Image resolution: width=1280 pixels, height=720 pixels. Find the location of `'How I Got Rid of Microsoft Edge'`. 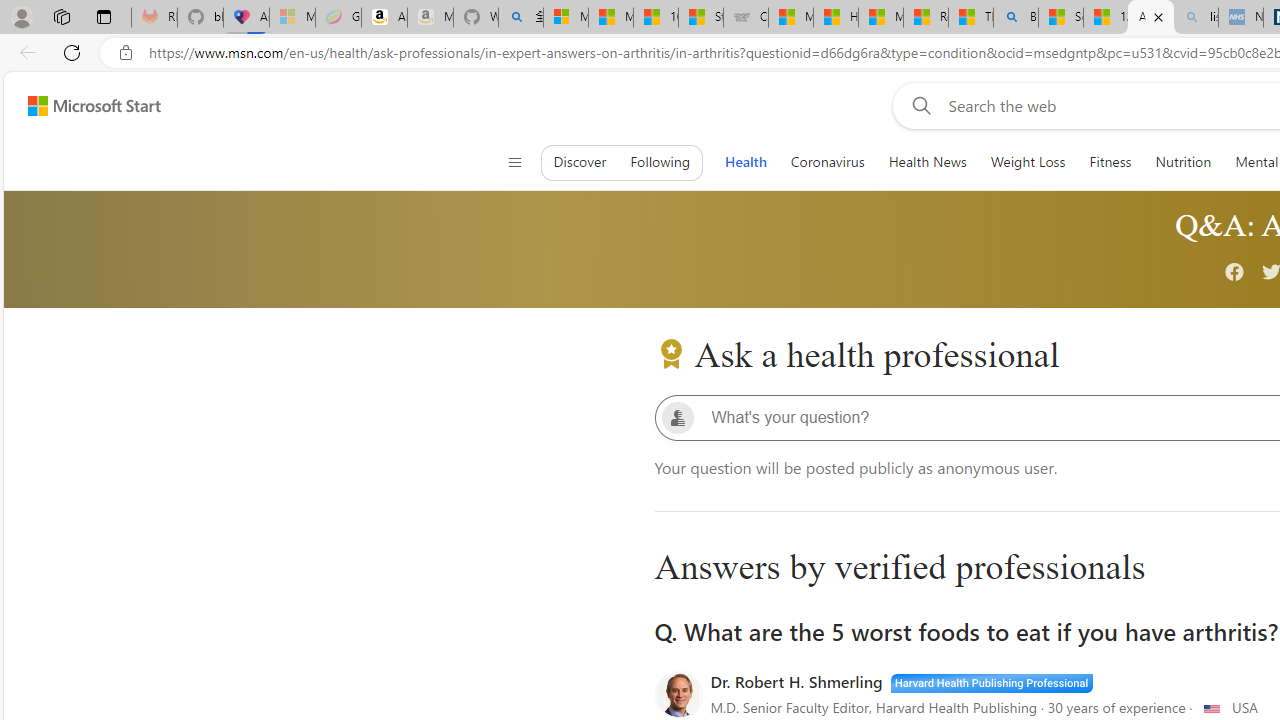

'How I Got Rid of Microsoft Edge' is located at coordinates (835, 17).